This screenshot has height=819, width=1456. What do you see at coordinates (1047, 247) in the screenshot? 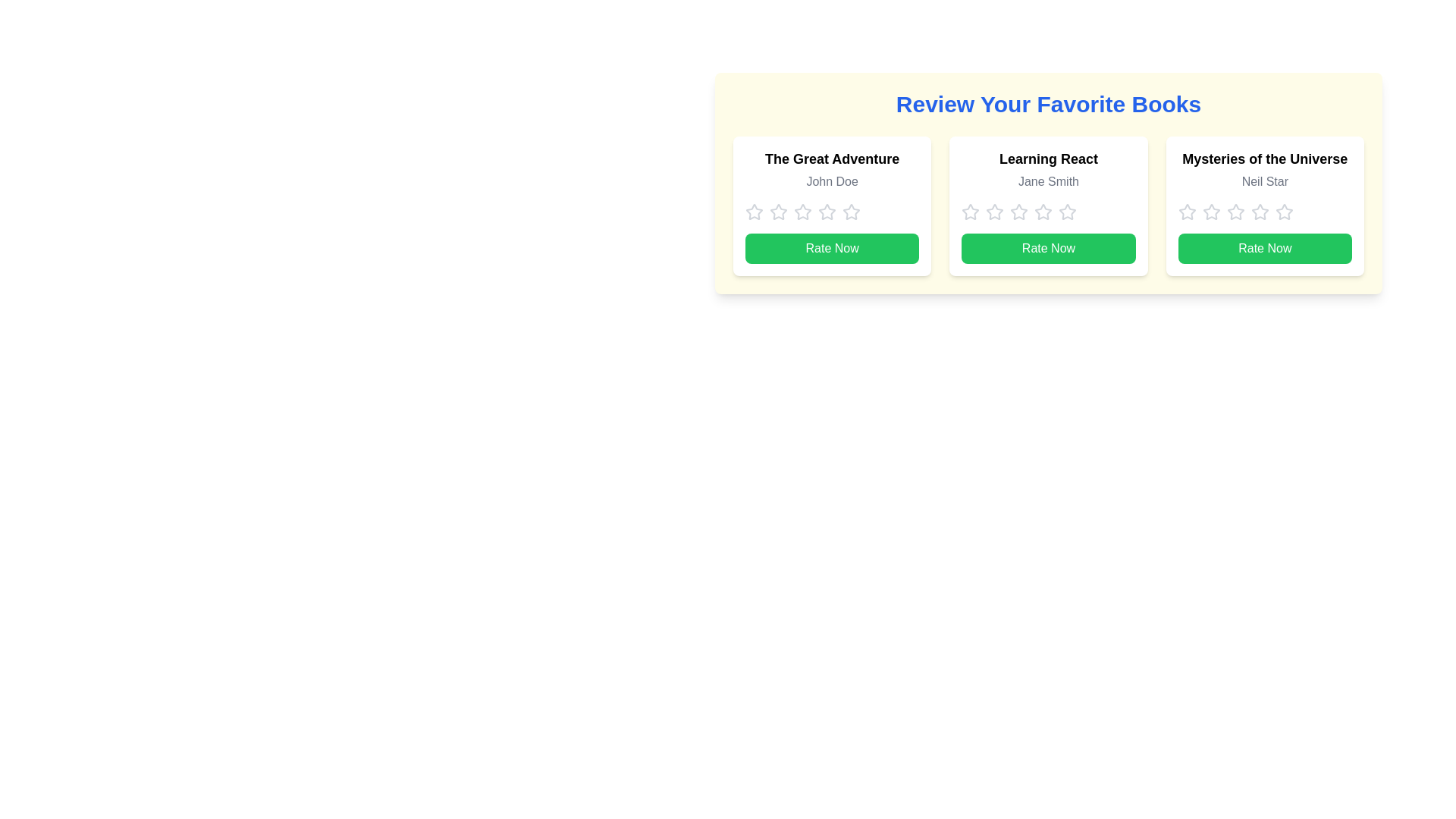
I see `the 'Rate Now' button with rounded corners and a vivid green background` at bounding box center [1047, 247].